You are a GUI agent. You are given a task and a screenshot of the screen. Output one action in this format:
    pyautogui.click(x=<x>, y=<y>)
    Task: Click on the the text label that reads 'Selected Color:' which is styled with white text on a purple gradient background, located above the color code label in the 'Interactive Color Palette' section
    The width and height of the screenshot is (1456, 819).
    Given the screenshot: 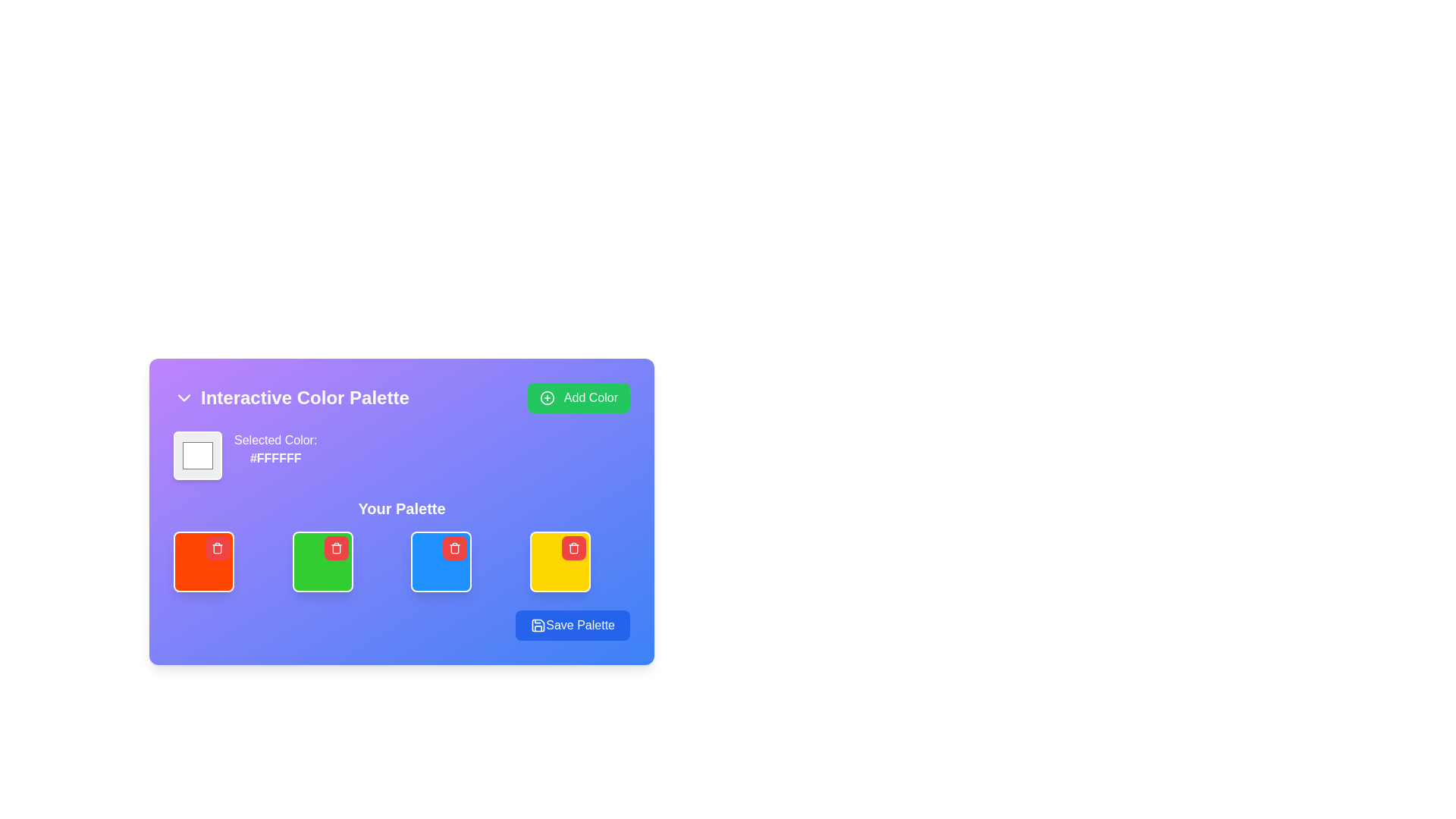 What is the action you would take?
    pyautogui.click(x=275, y=441)
    